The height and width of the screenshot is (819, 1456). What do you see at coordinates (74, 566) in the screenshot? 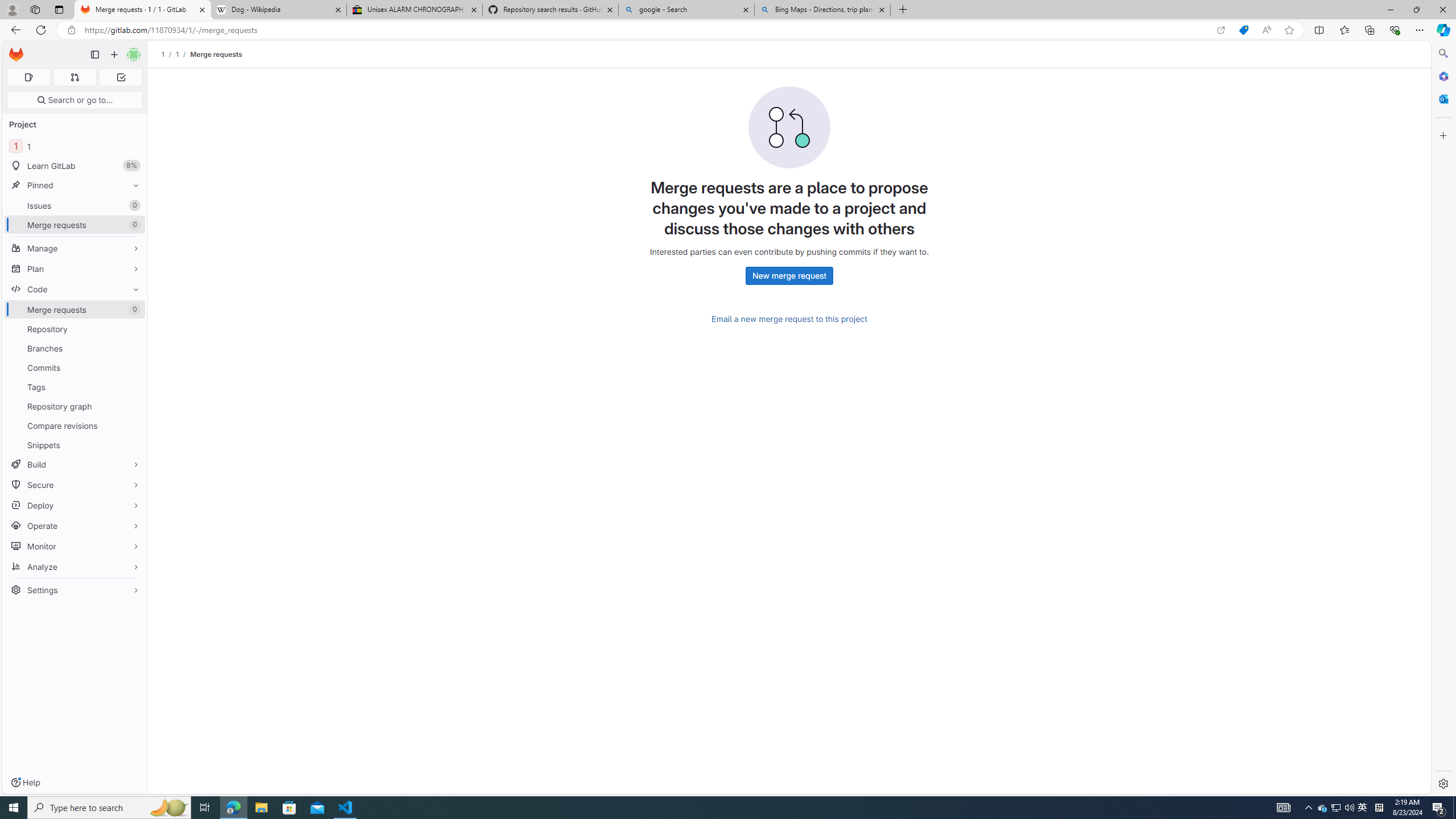
I see `'Analyze'` at bounding box center [74, 566].